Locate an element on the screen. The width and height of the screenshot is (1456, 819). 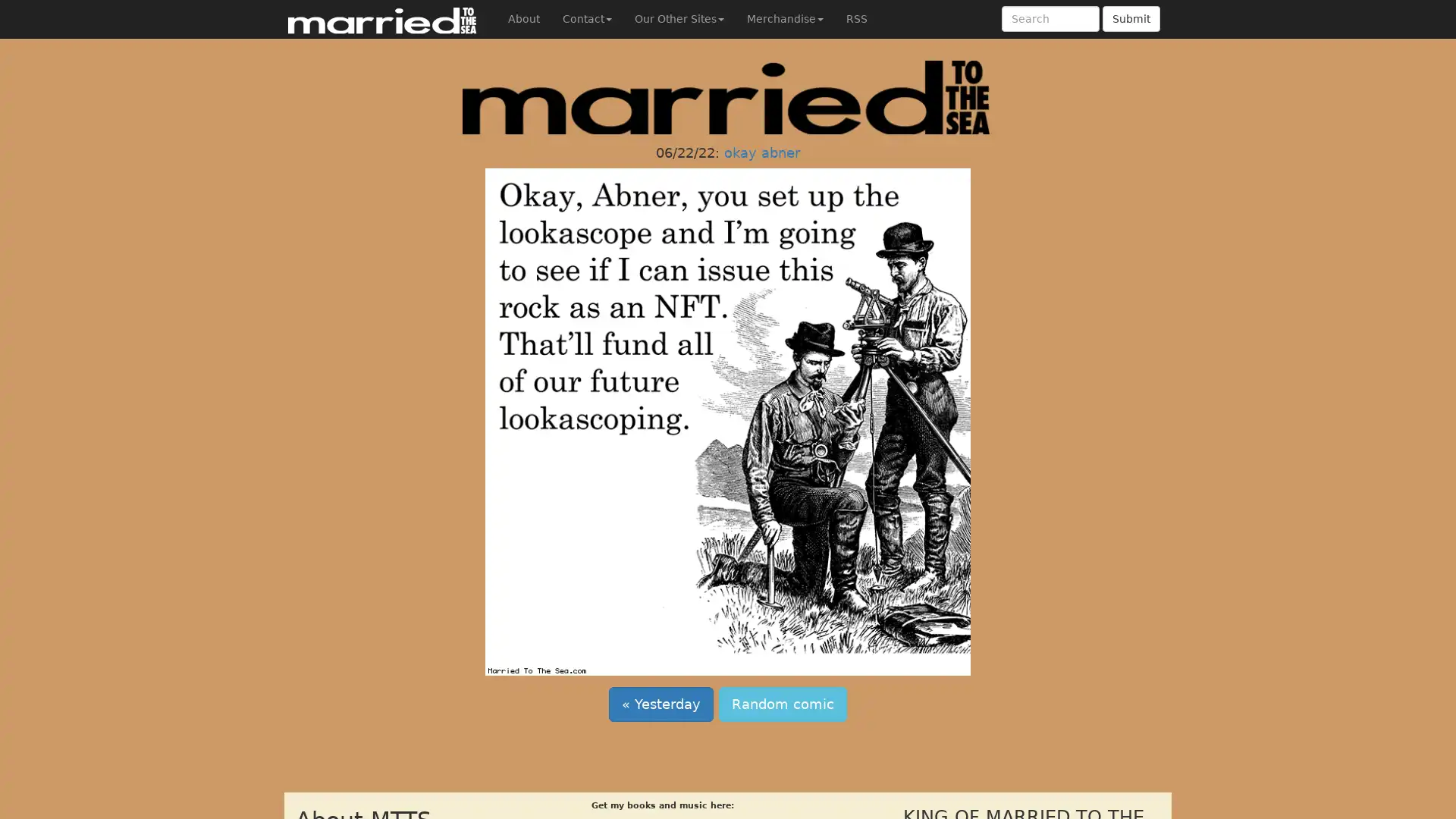
Submit is located at coordinates (1131, 18).